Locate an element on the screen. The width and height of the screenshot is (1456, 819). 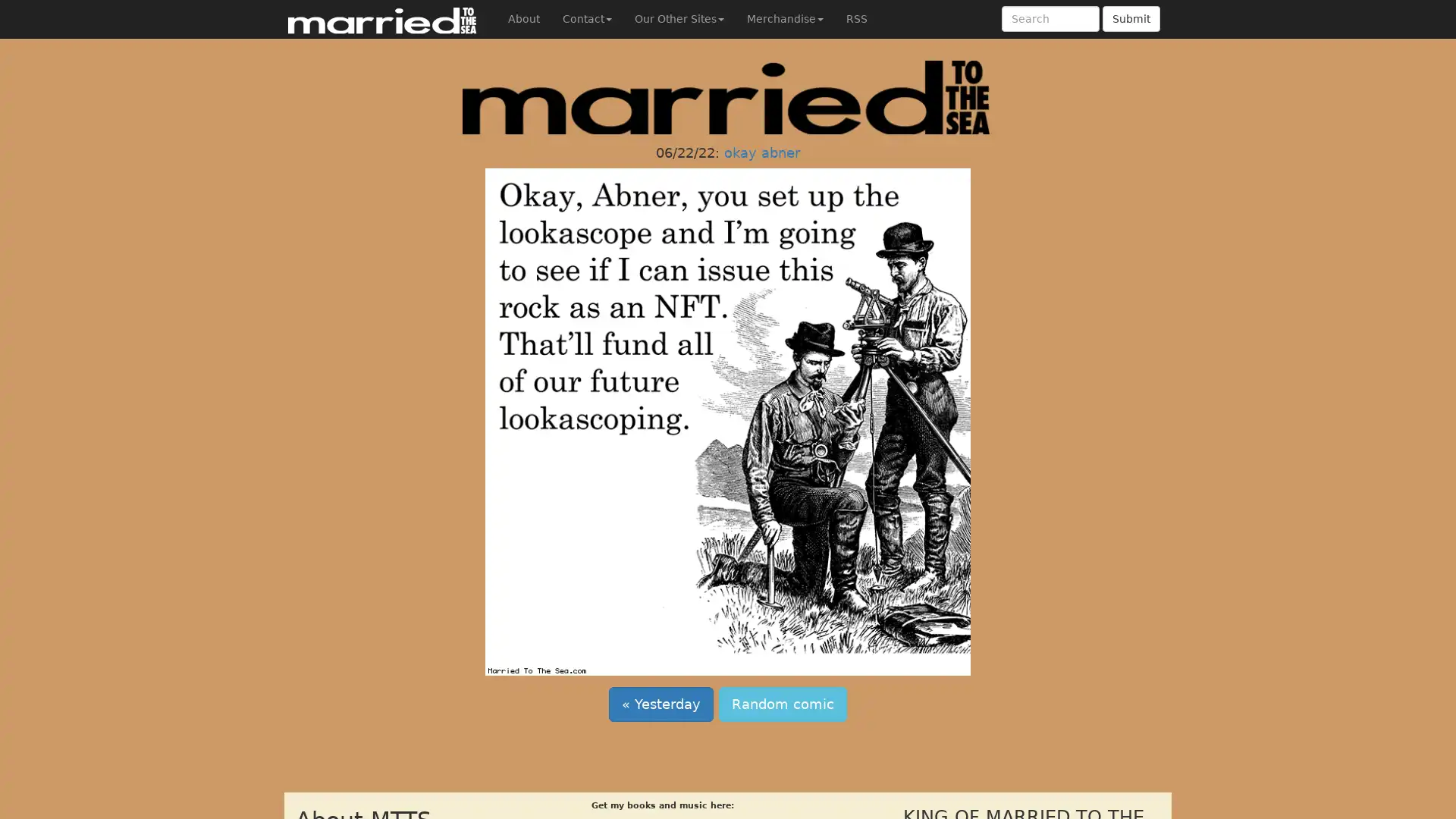
Submit is located at coordinates (1131, 18).